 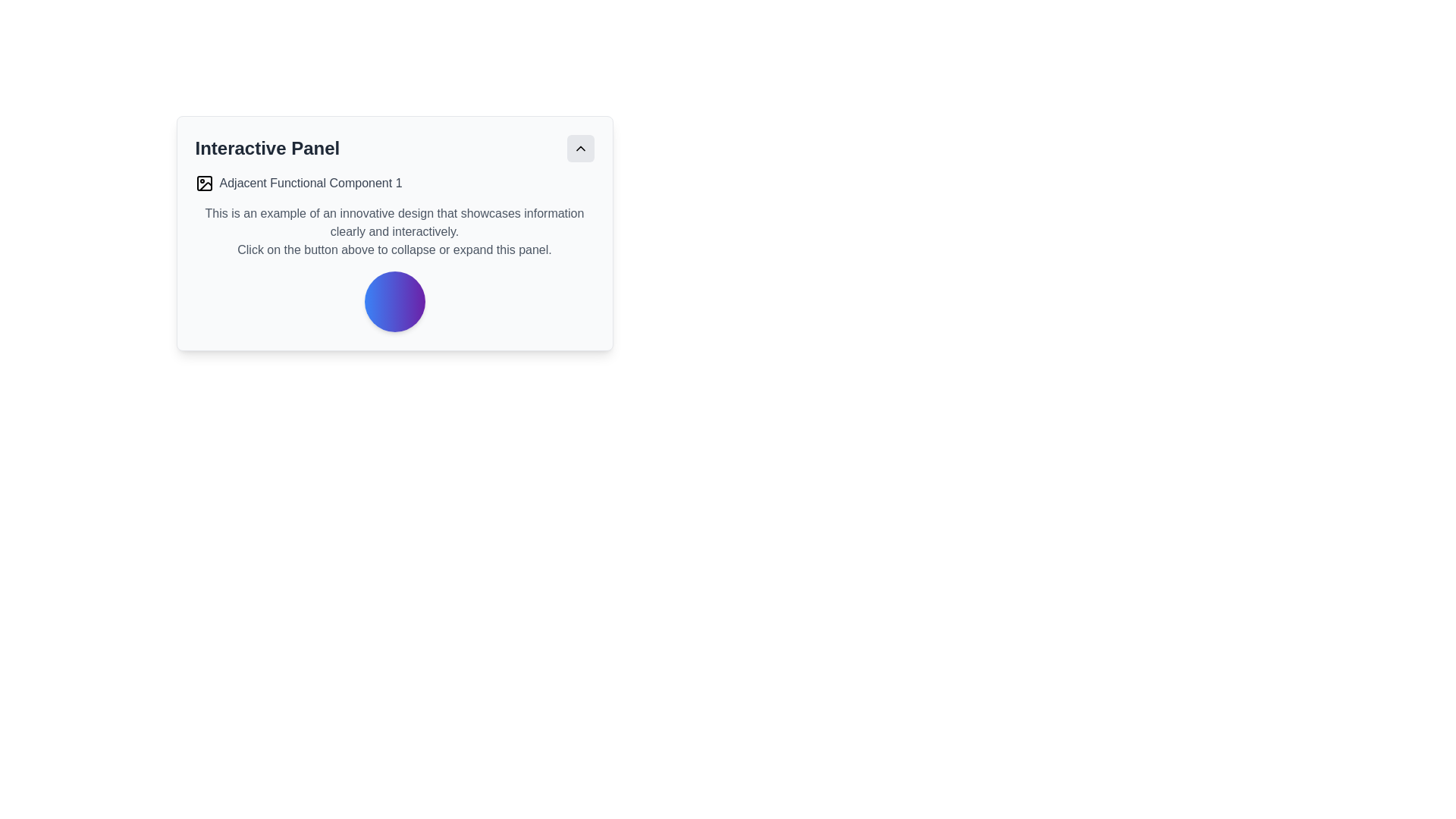 What do you see at coordinates (267, 149) in the screenshot?
I see `the 'Interactive Panel' text label, which is styled in bold and large dark gray font, positioned at the top left of the interface` at bounding box center [267, 149].